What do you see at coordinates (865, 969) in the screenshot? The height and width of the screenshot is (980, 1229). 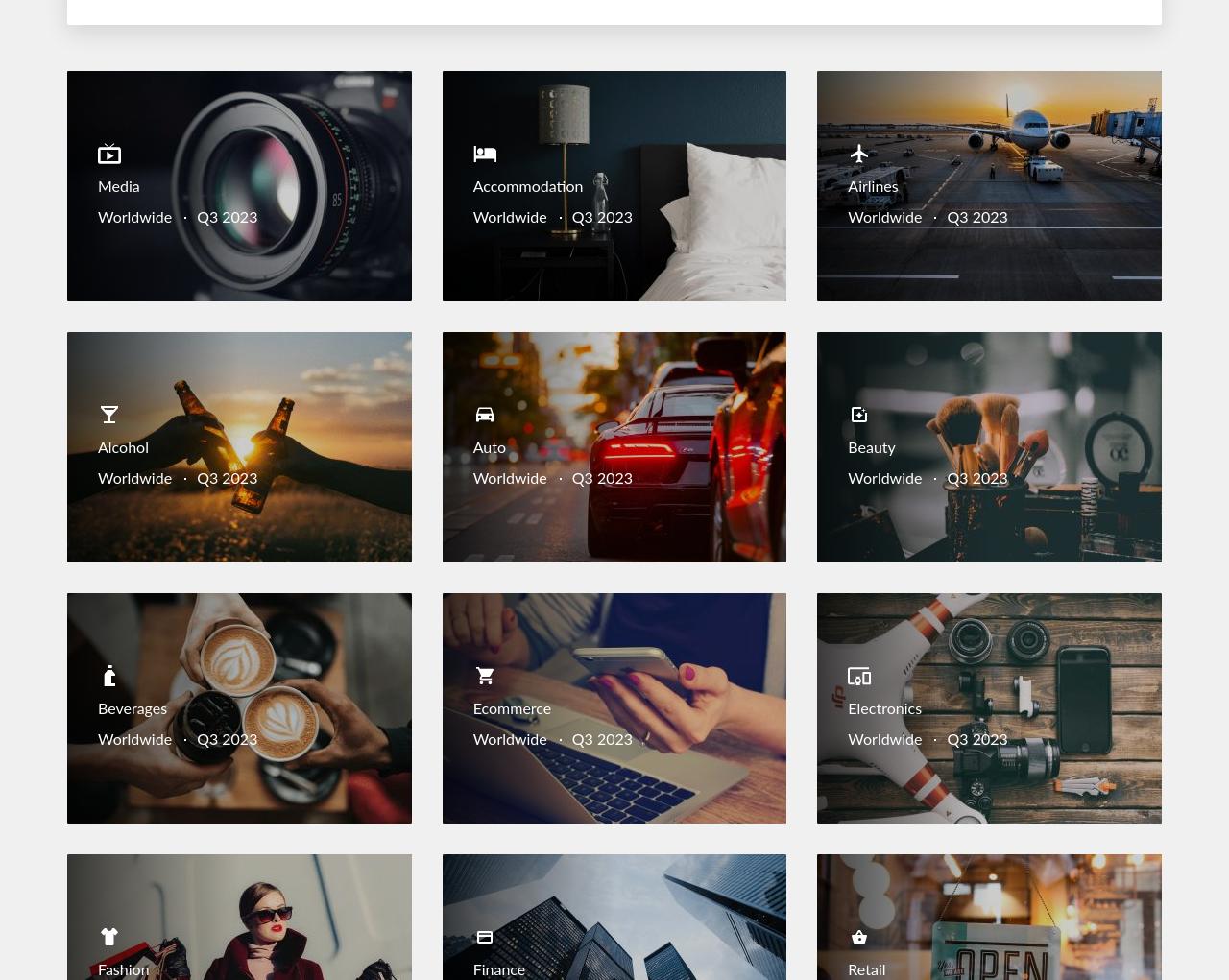 I see `'Retail'` at bounding box center [865, 969].